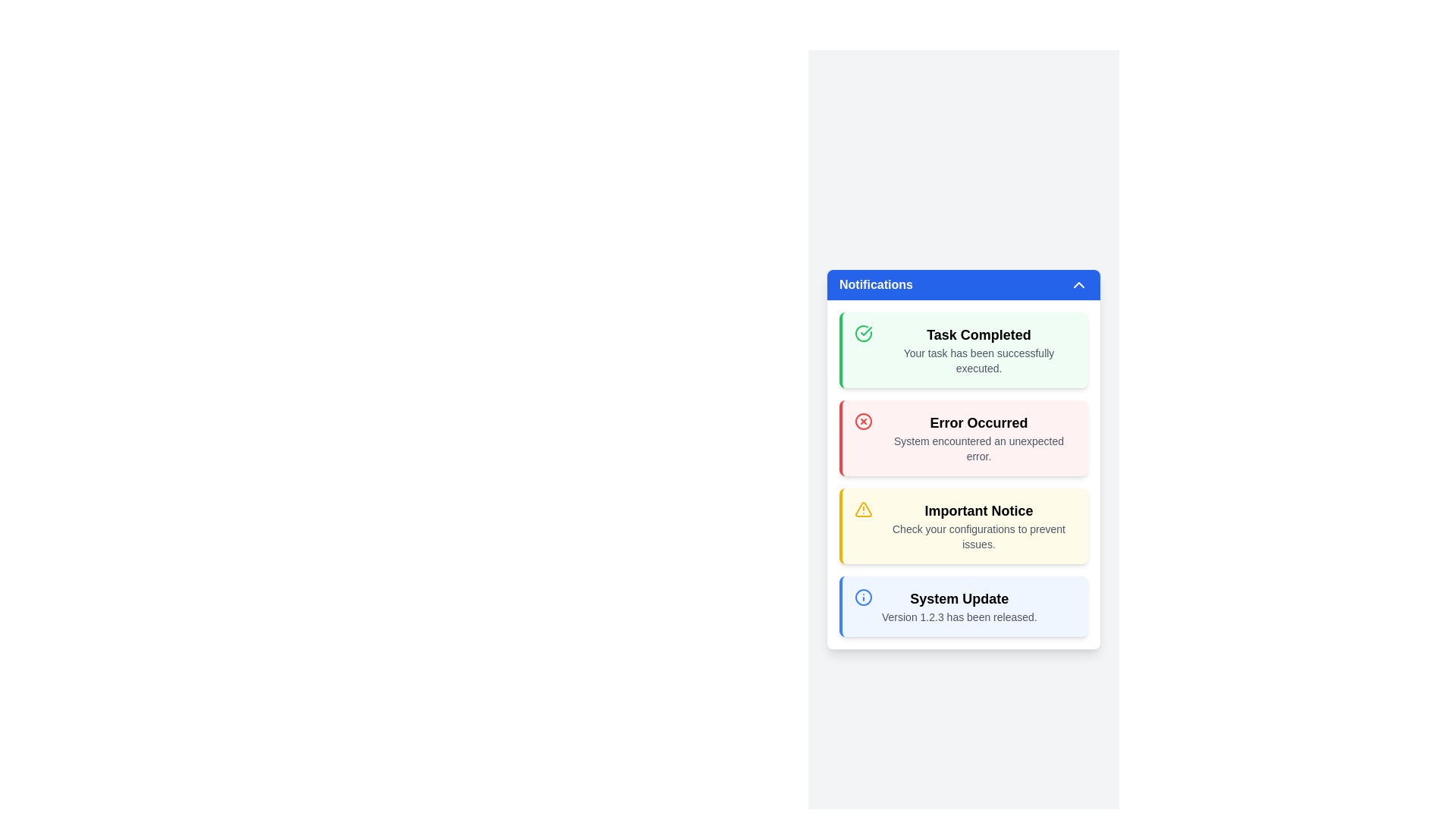  I want to click on information in the Notification Box titled 'System Update' which has a light blue background and contains an information icon, indicating a system update notification, so click(963, 605).